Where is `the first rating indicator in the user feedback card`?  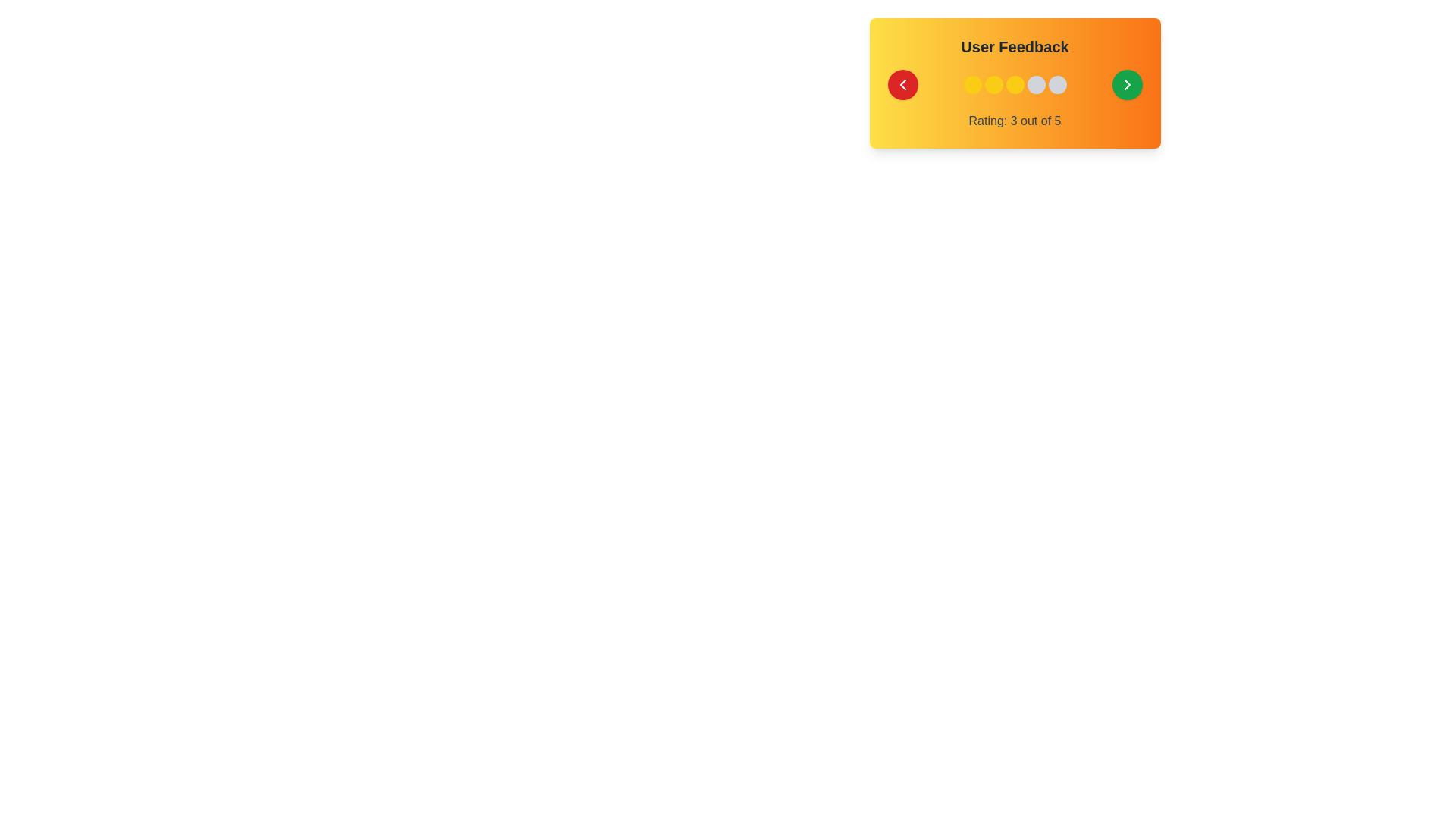 the first rating indicator in the user feedback card is located at coordinates (972, 84).